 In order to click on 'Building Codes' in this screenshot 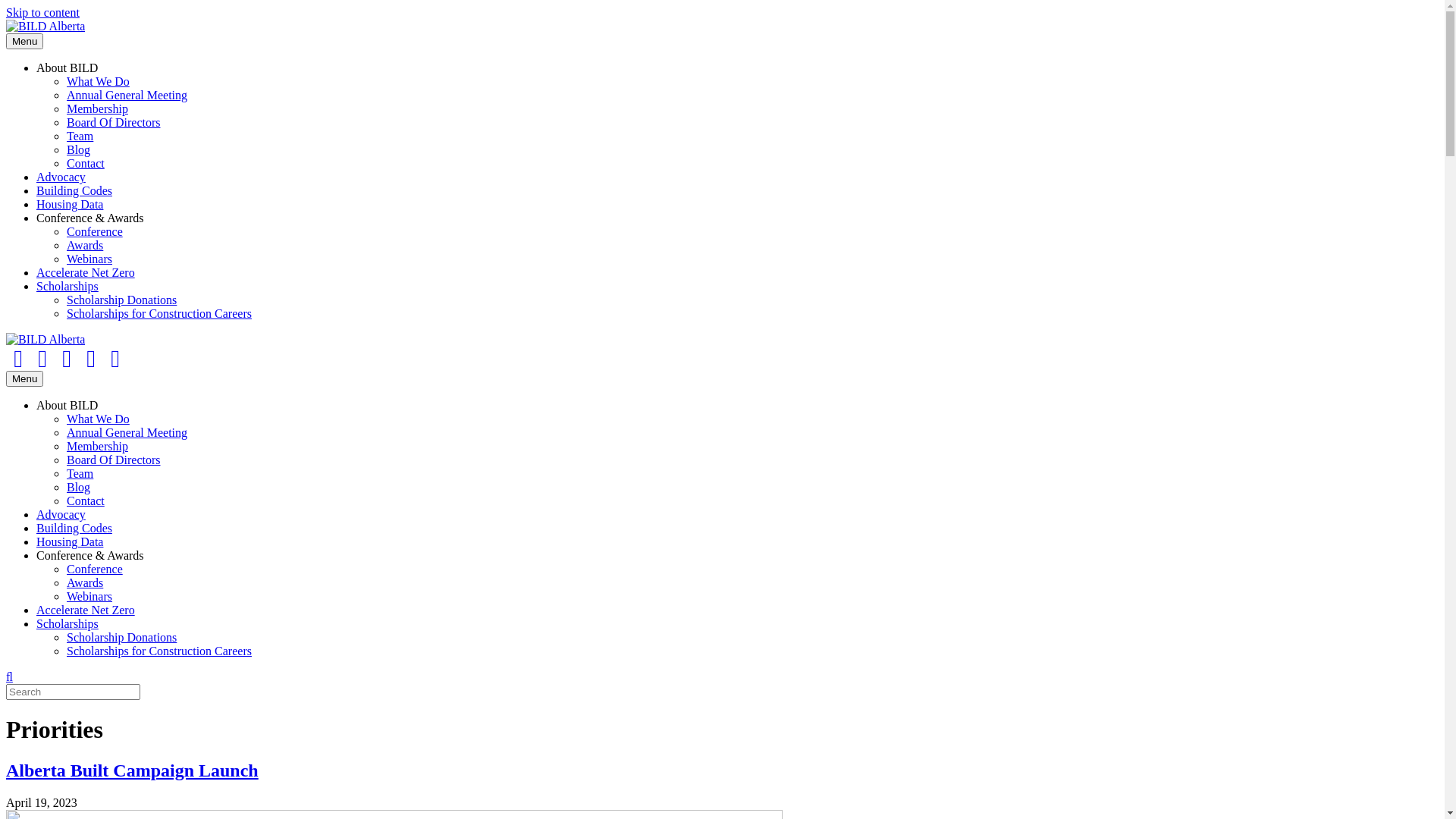, I will do `click(73, 527)`.